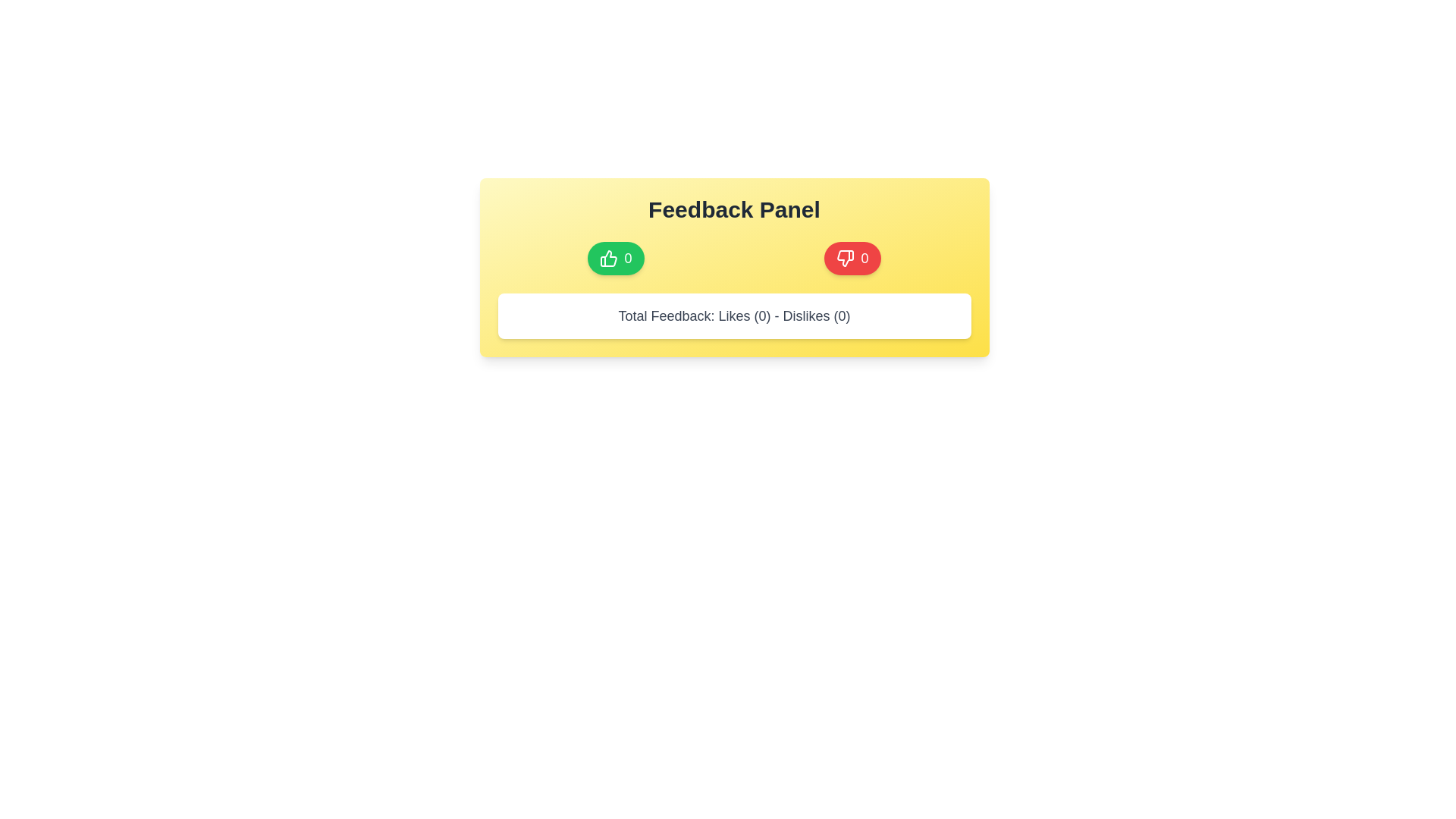 This screenshot has height=819, width=1456. I want to click on the green button displaying the digit '0' to increment the count in the feedback control group, so click(628, 257).